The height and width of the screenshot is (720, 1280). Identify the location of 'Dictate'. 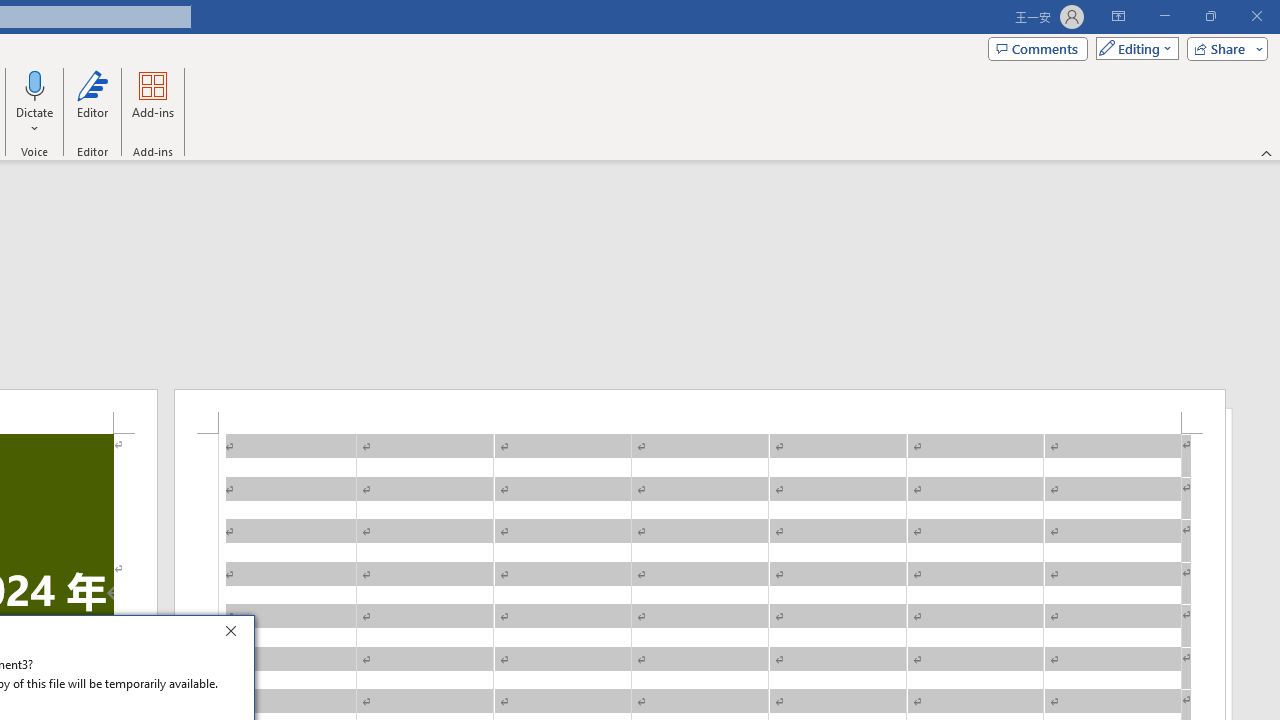
(35, 103).